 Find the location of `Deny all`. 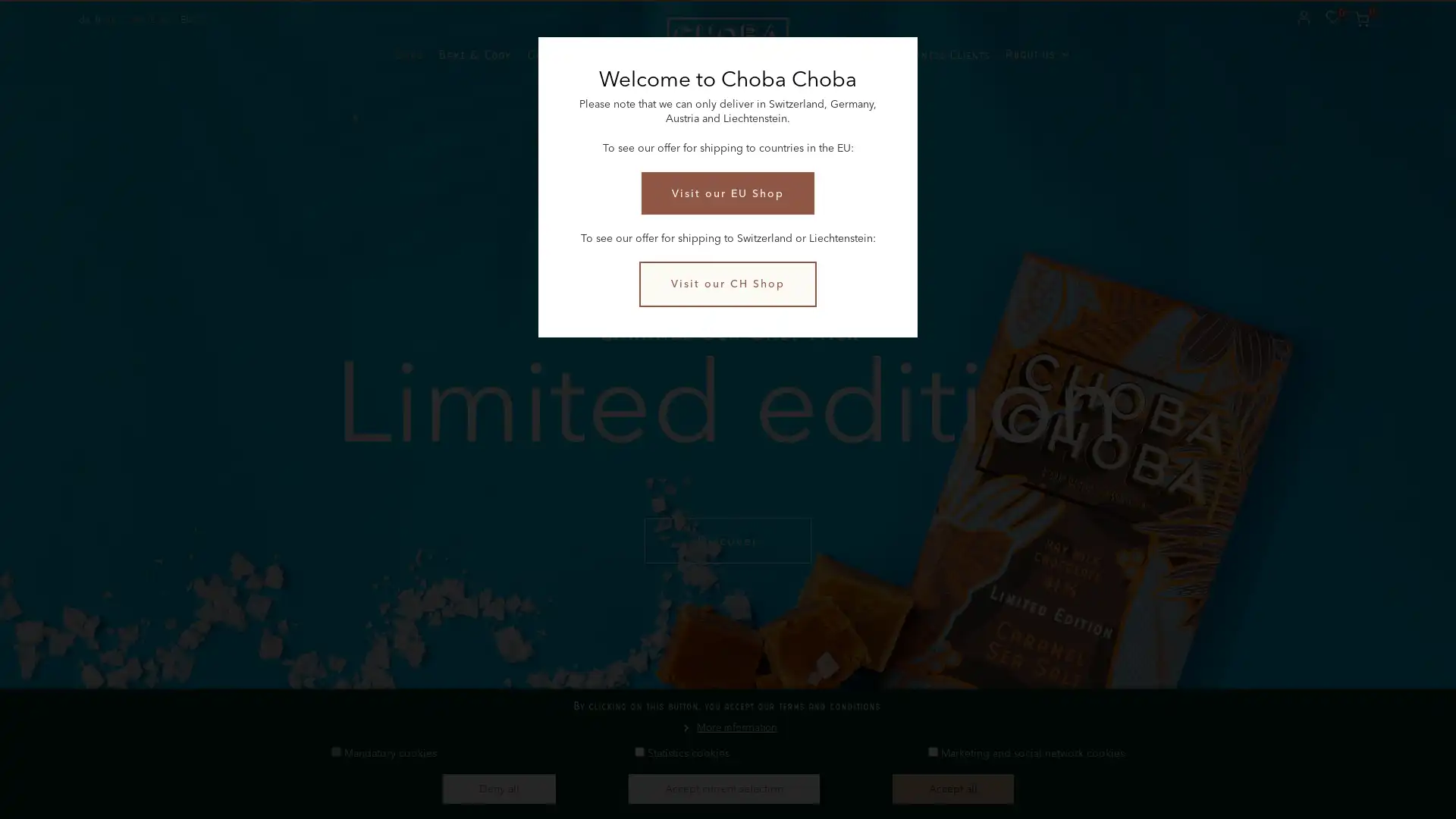

Deny all is located at coordinates (498, 788).